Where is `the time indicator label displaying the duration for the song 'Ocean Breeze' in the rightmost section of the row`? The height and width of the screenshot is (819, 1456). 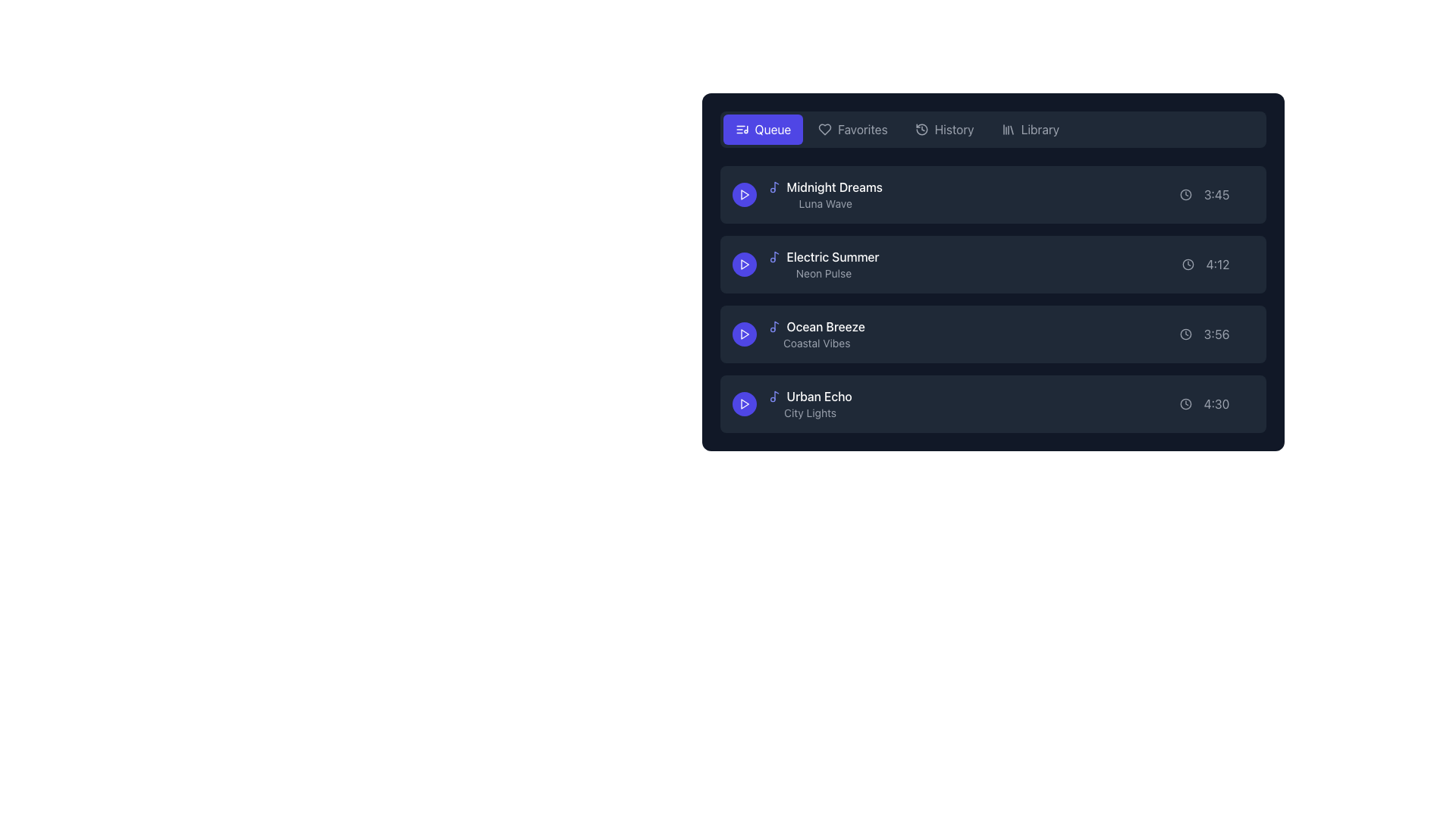
the time indicator label displaying the duration for the song 'Ocean Breeze' in the rightmost section of the row is located at coordinates (1216, 333).